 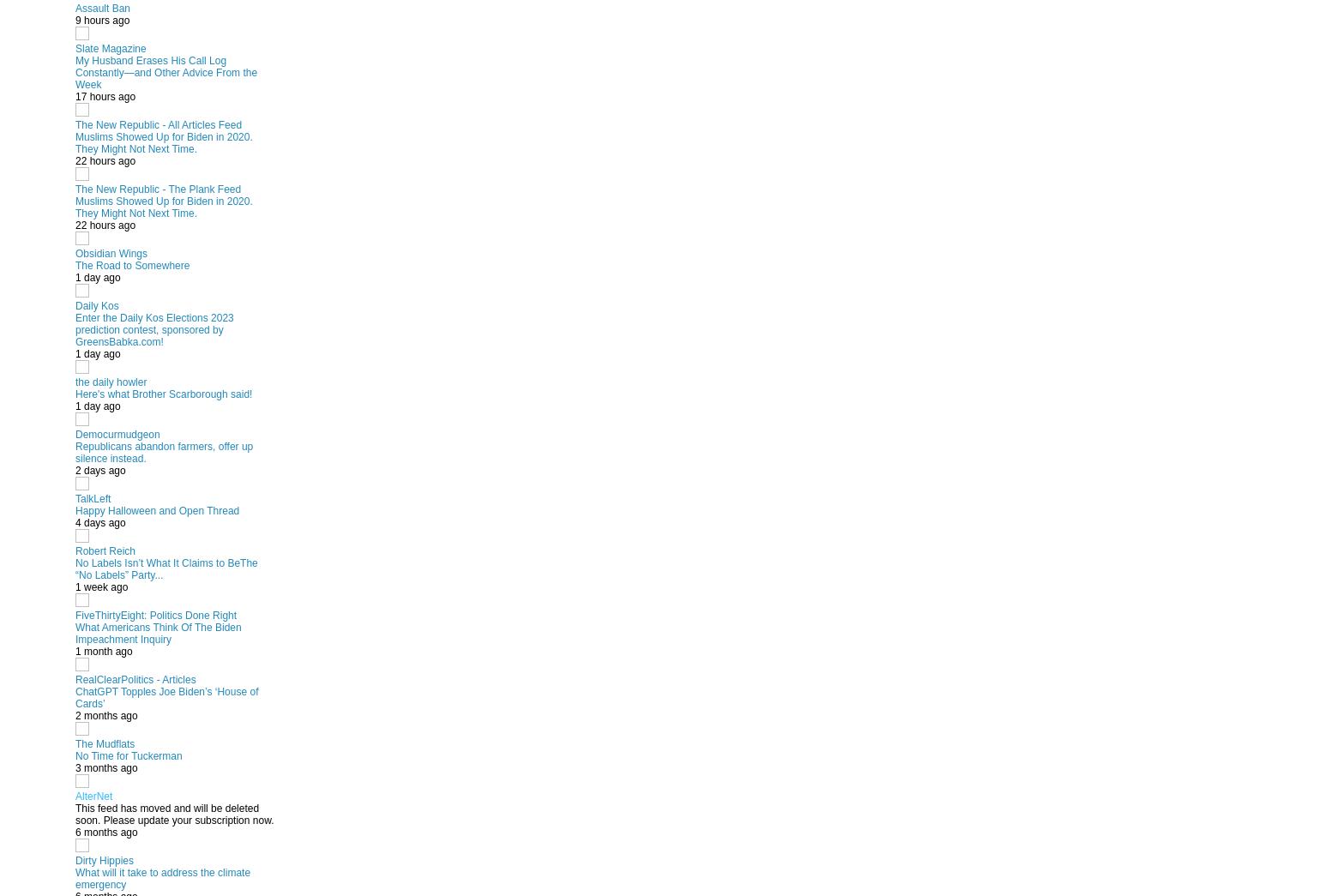 I want to click on 'AlterNet', so click(x=93, y=795).